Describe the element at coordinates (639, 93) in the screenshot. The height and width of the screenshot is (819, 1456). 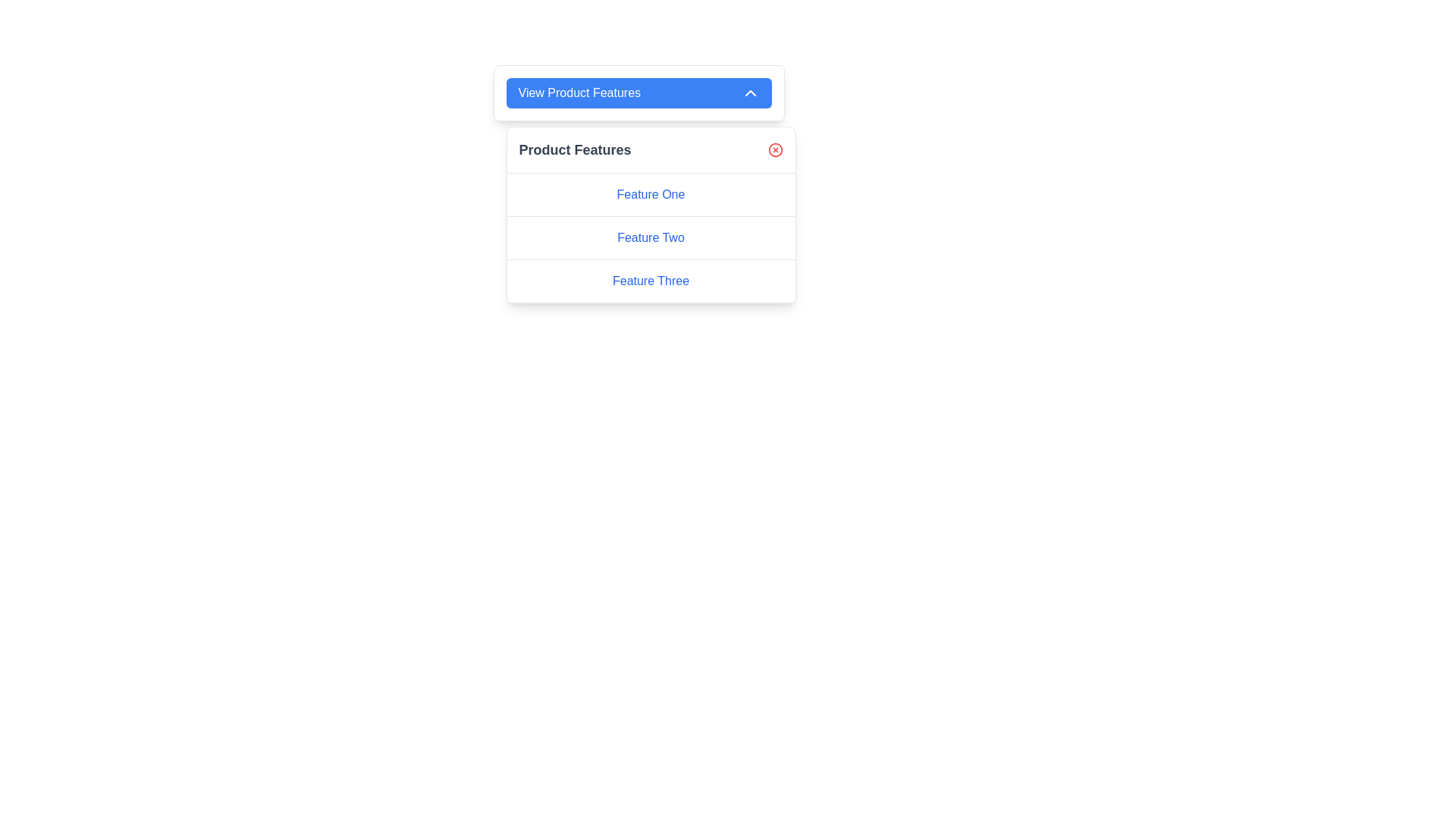
I see `the toggle button at the top of the dropdown component to show or hide the list of product features` at that location.